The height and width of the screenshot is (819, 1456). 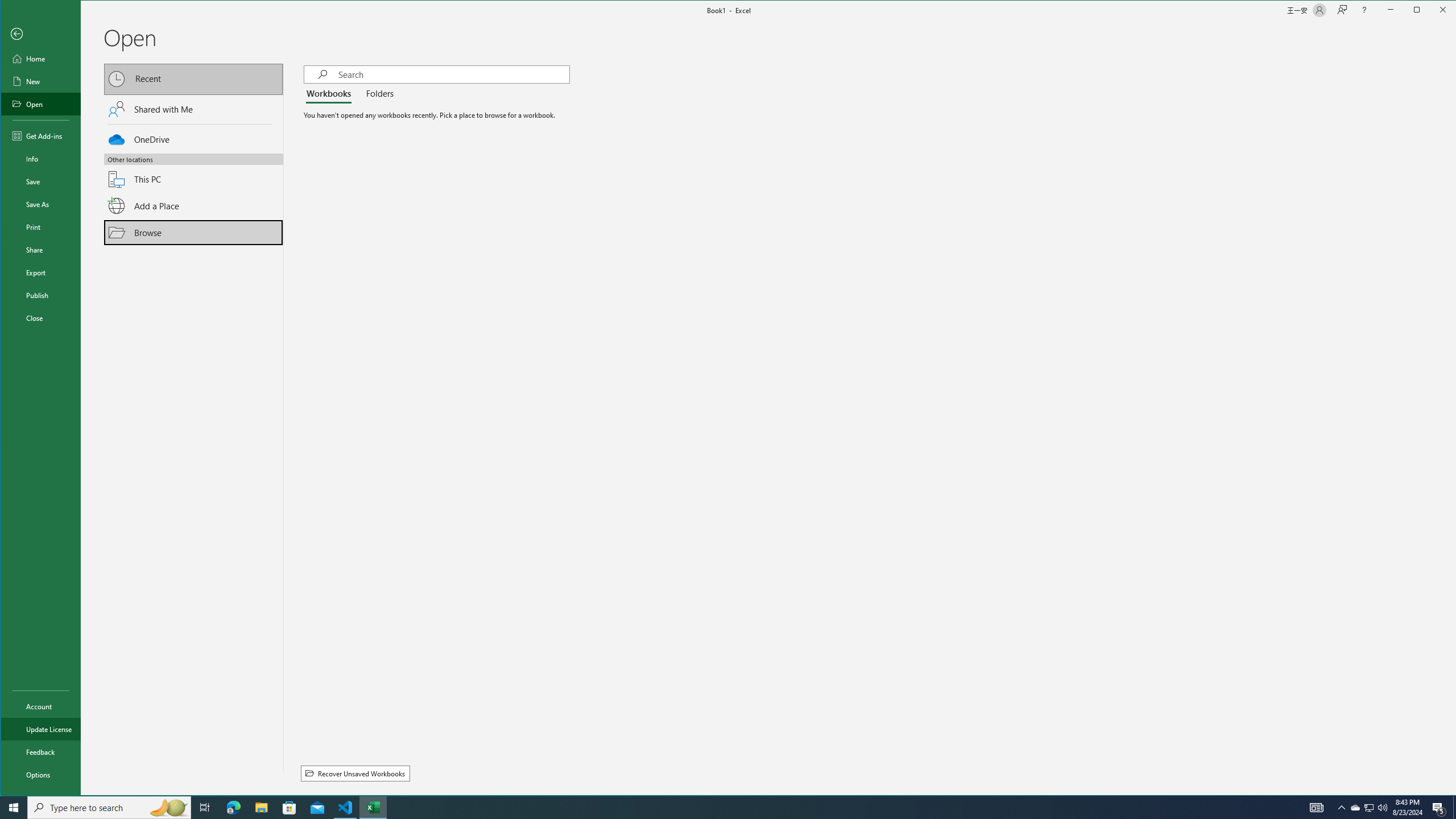 What do you see at coordinates (193, 231) in the screenshot?
I see `'Browse'` at bounding box center [193, 231].